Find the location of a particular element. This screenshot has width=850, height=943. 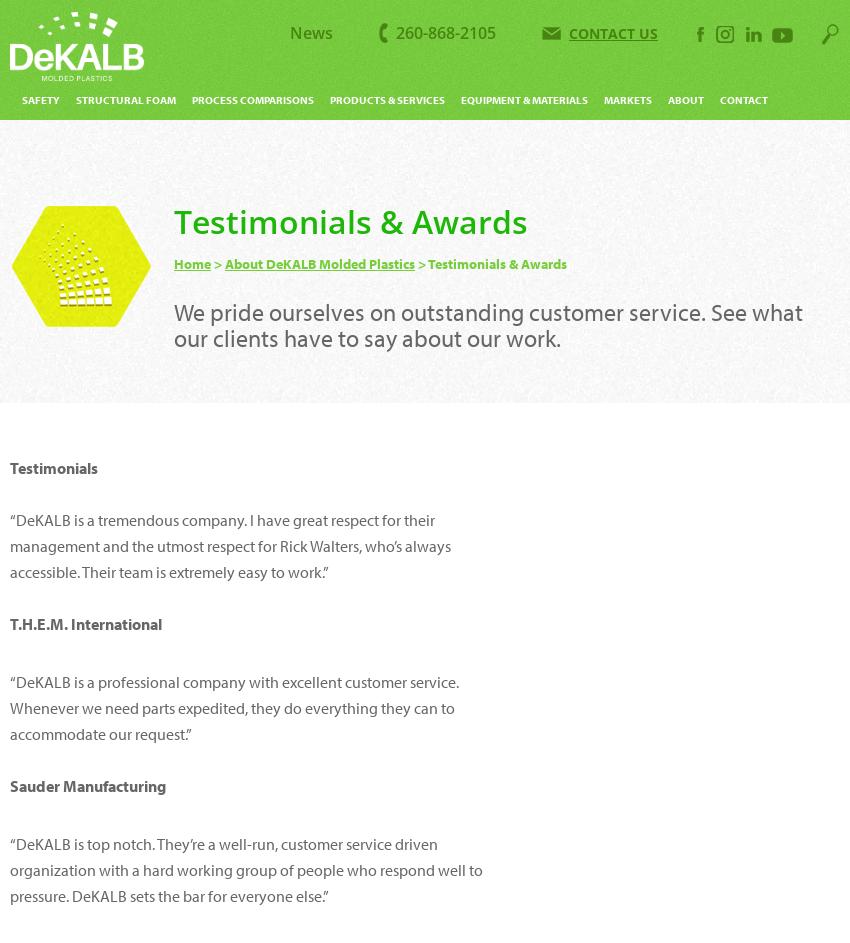

'T.H.E.M. International' is located at coordinates (85, 622).